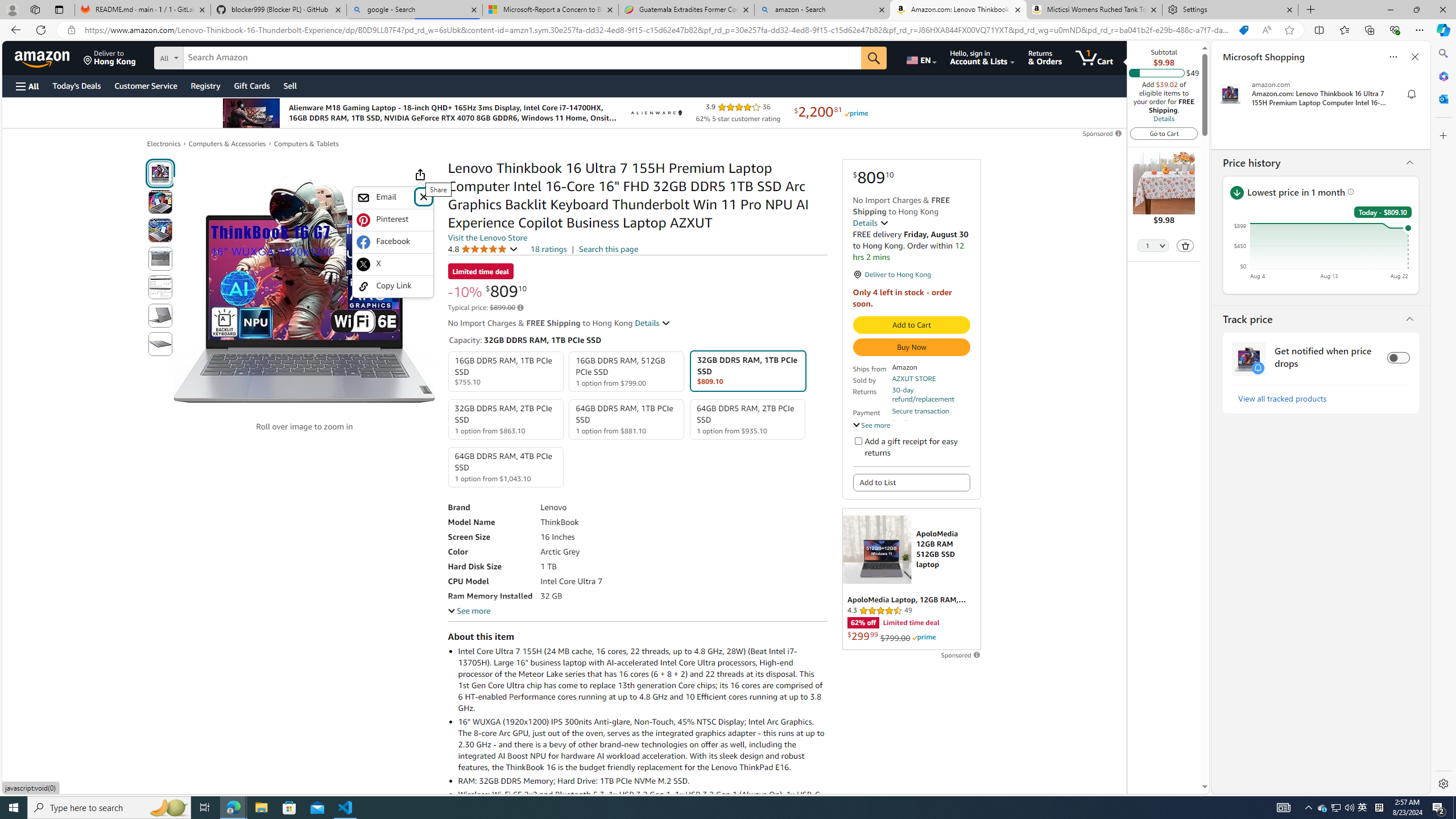  Describe the element at coordinates (626, 371) in the screenshot. I see `'16GB DDR5 RAM, 512GB PCIe SSD 1 option from $799.00'` at that location.